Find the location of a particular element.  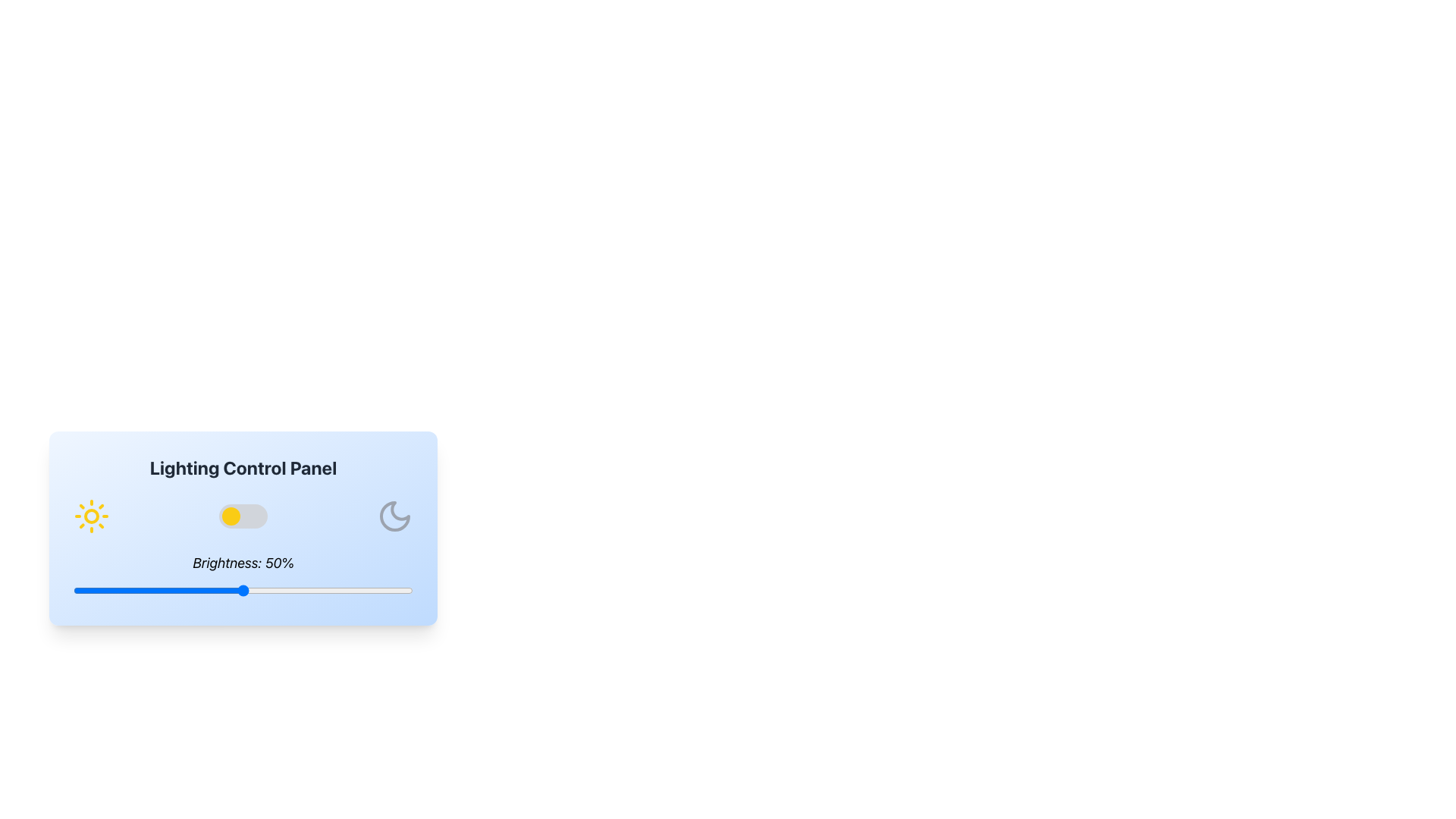

the knob of the horizontal slider control located below the 'Brightness: 50%' label in the 'Lighting Control Panel' is located at coordinates (243, 590).